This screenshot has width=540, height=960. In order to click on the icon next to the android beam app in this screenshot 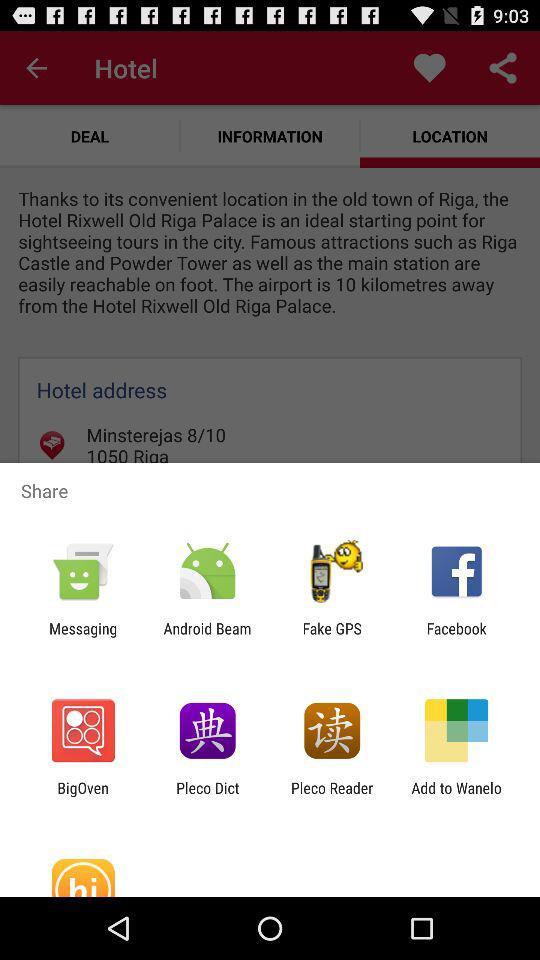, I will do `click(82, 636)`.